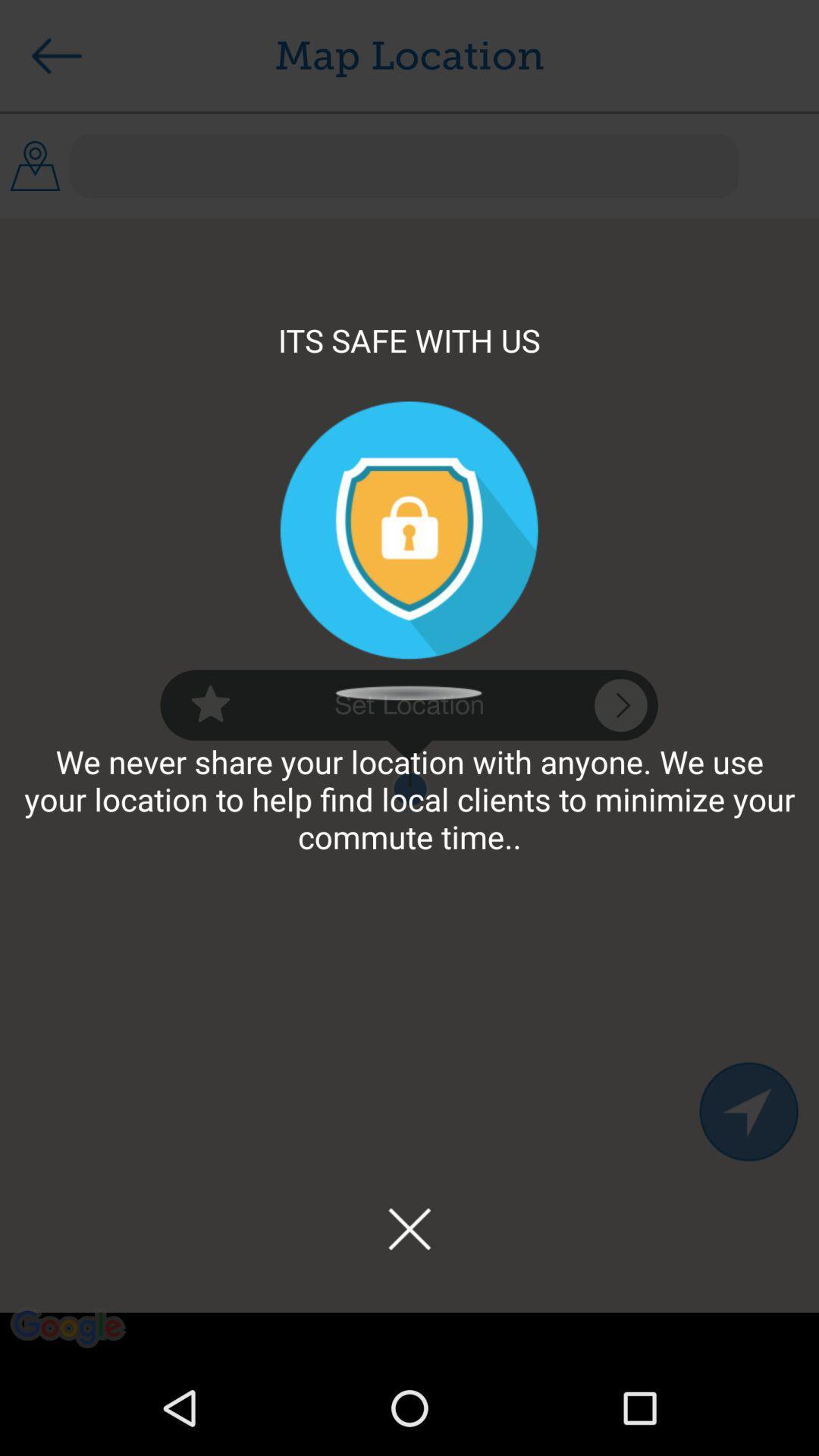 Image resolution: width=819 pixels, height=1456 pixels. I want to click on the icon at the bottom, so click(409, 1228).